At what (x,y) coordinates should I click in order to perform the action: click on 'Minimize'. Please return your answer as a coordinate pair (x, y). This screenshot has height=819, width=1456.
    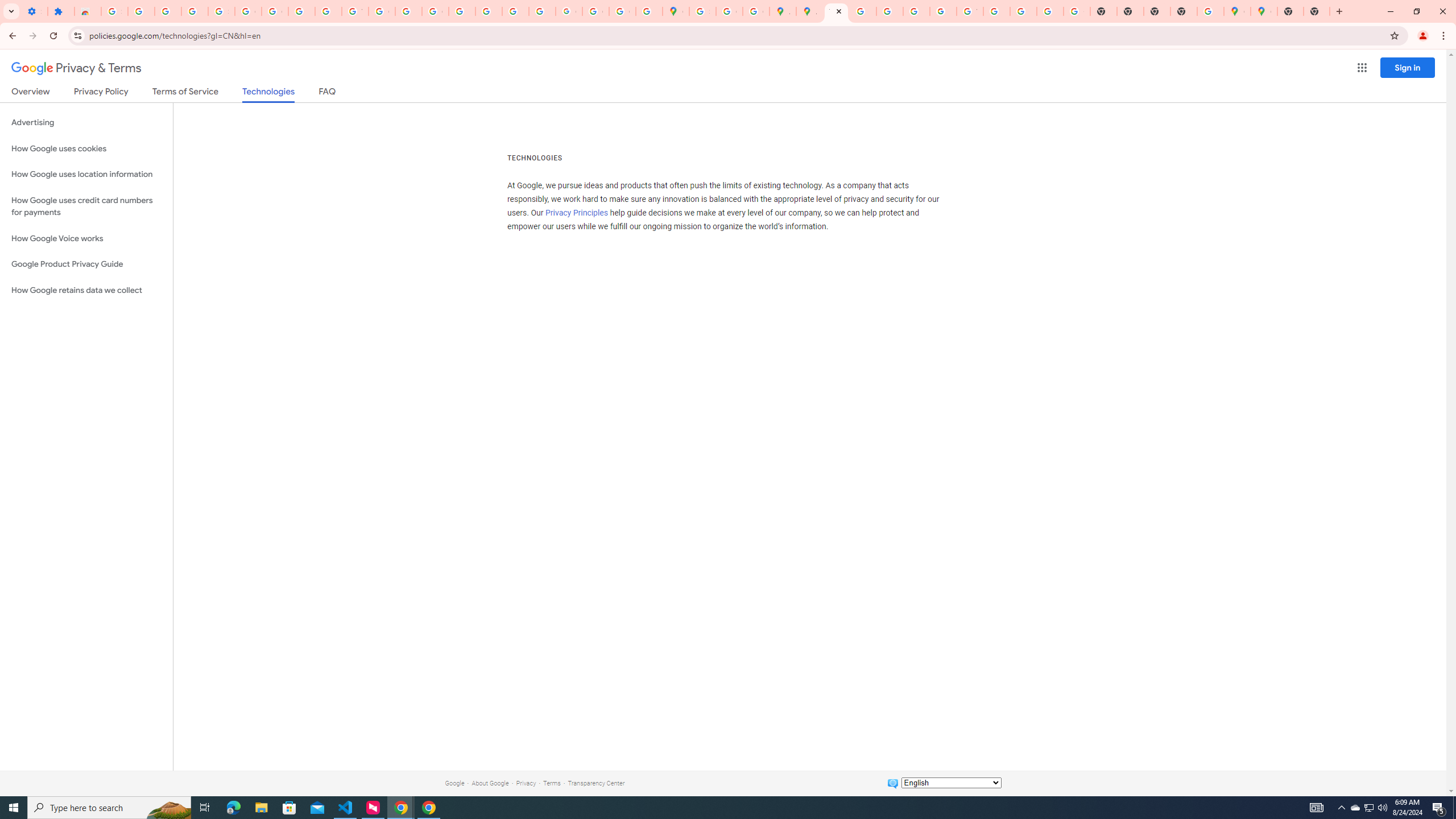
    Looking at the image, I should click on (1389, 11).